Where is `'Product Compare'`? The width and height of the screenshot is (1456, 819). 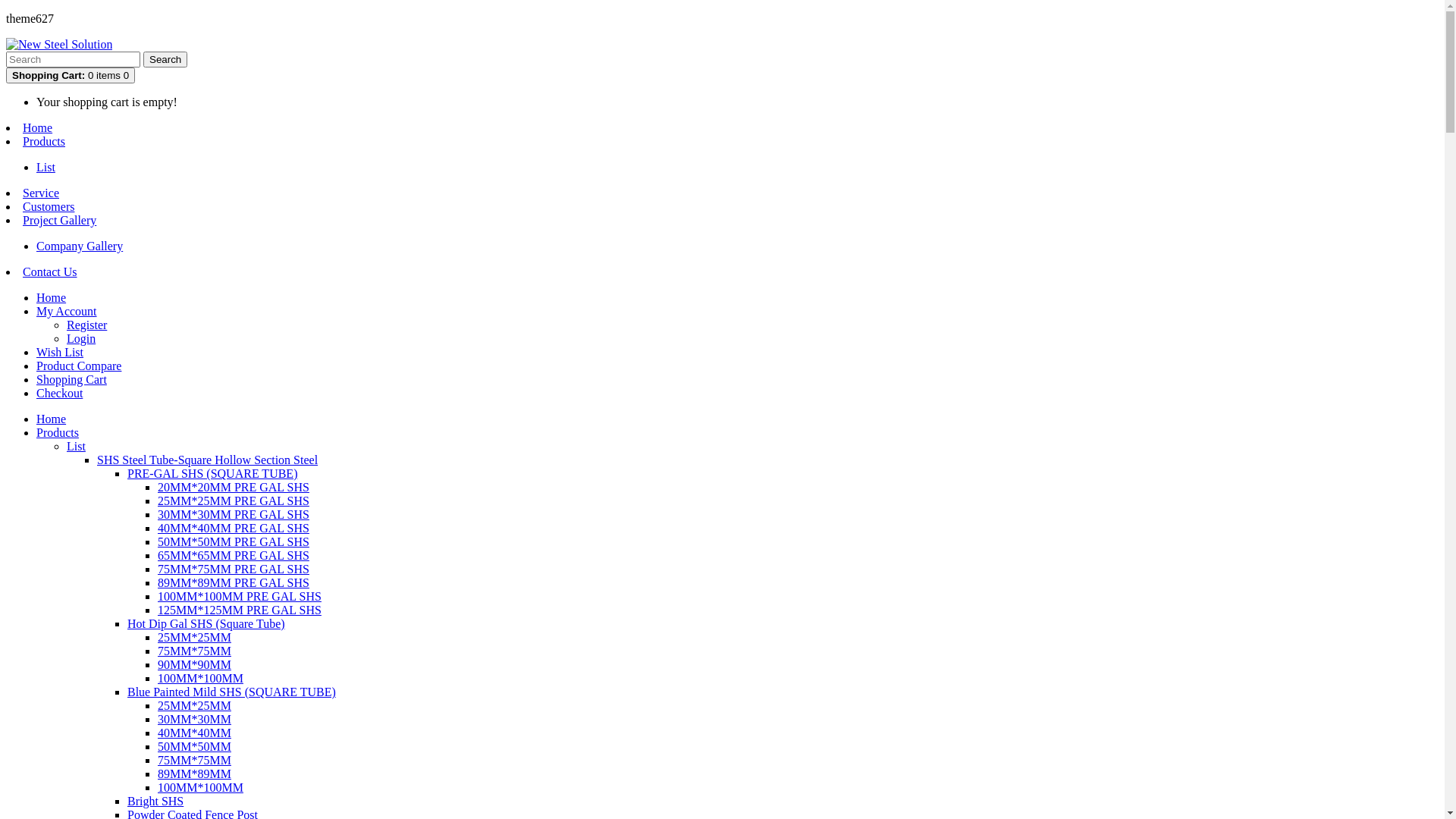
'Product Compare' is located at coordinates (78, 366).